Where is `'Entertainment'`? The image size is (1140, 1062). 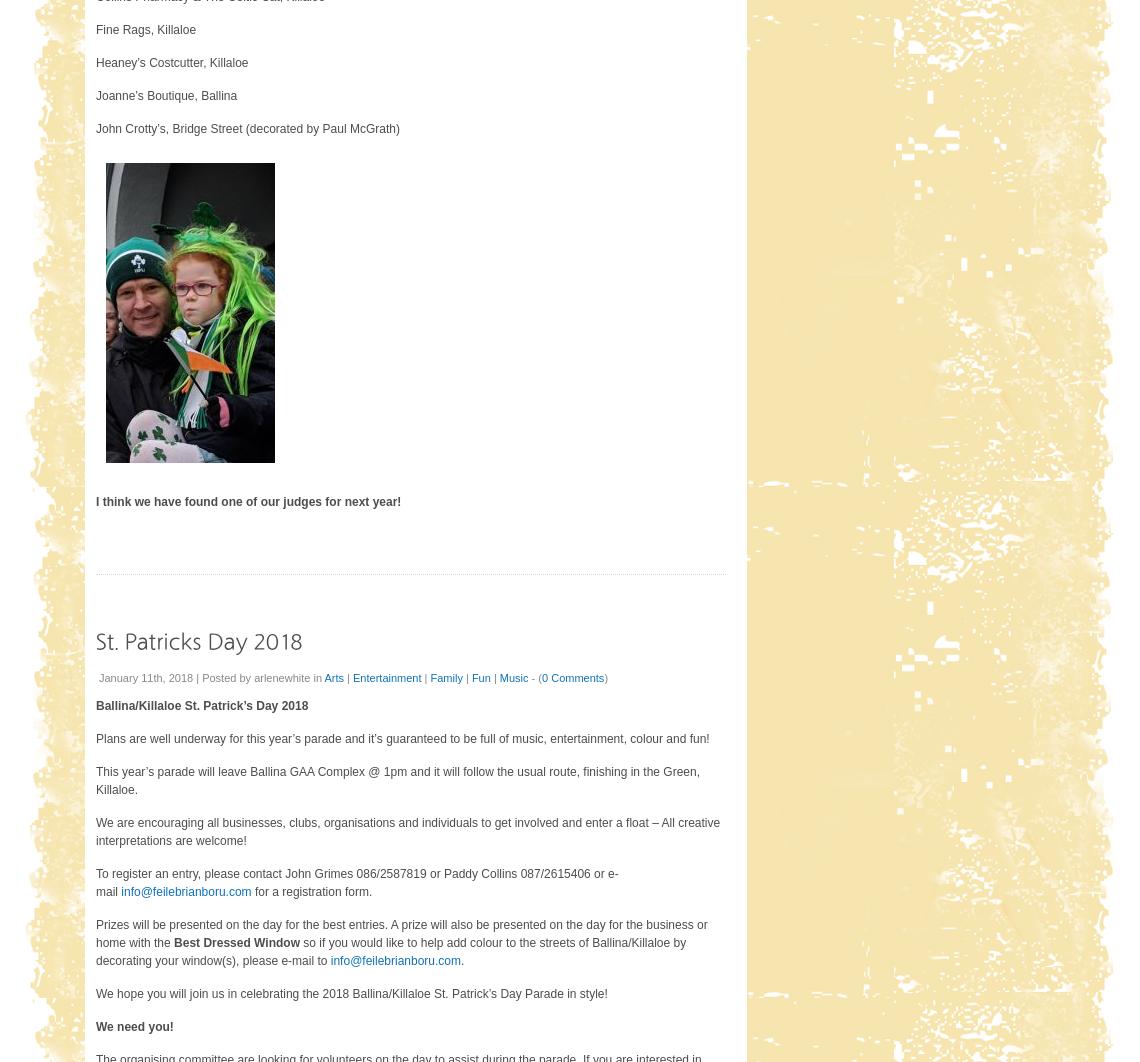 'Entertainment' is located at coordinates (386, 677).